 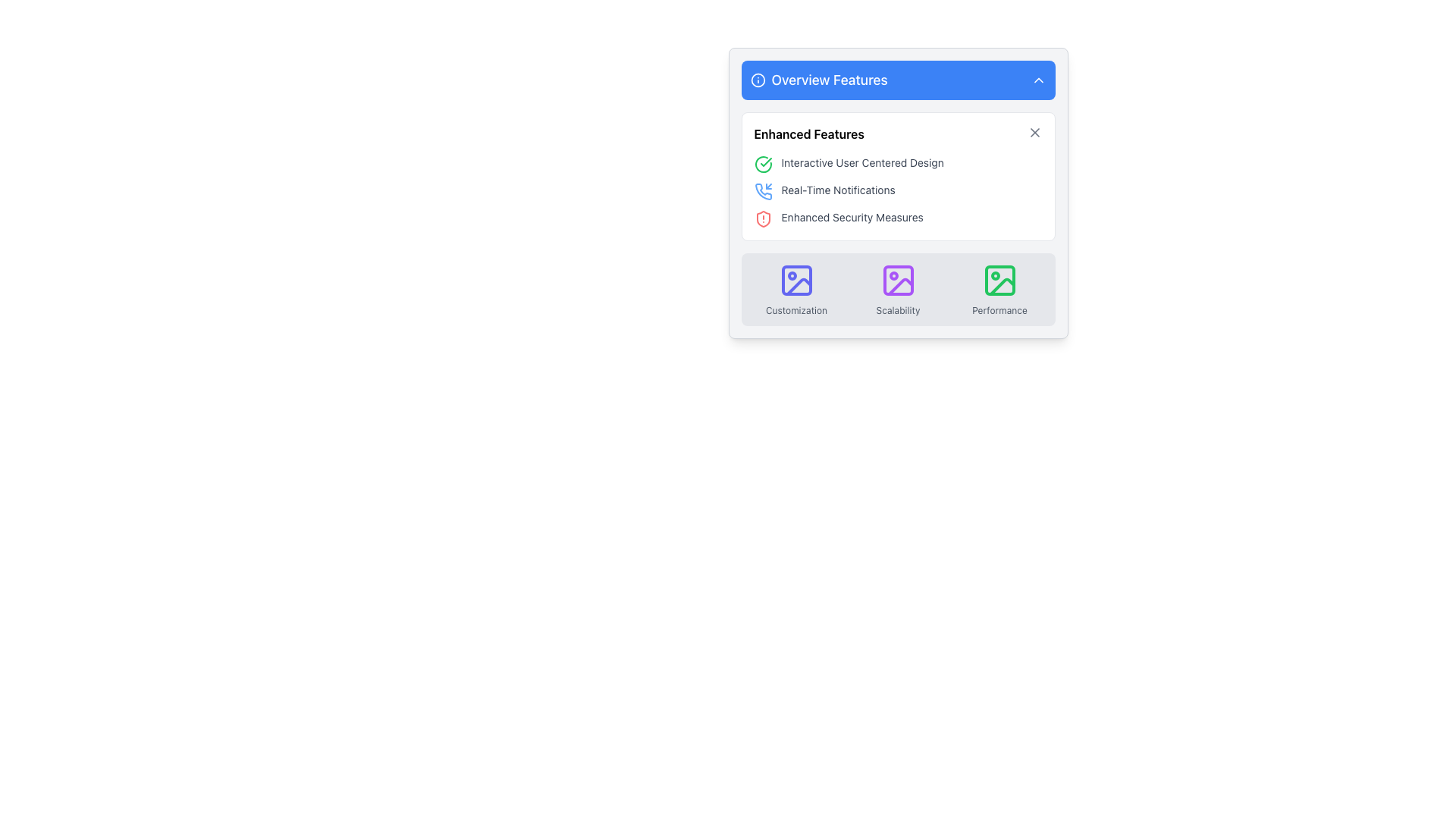 I want to click on the icons in the grid of labeled icons within the 'Overview Features' card, so click(x=898, y=289).